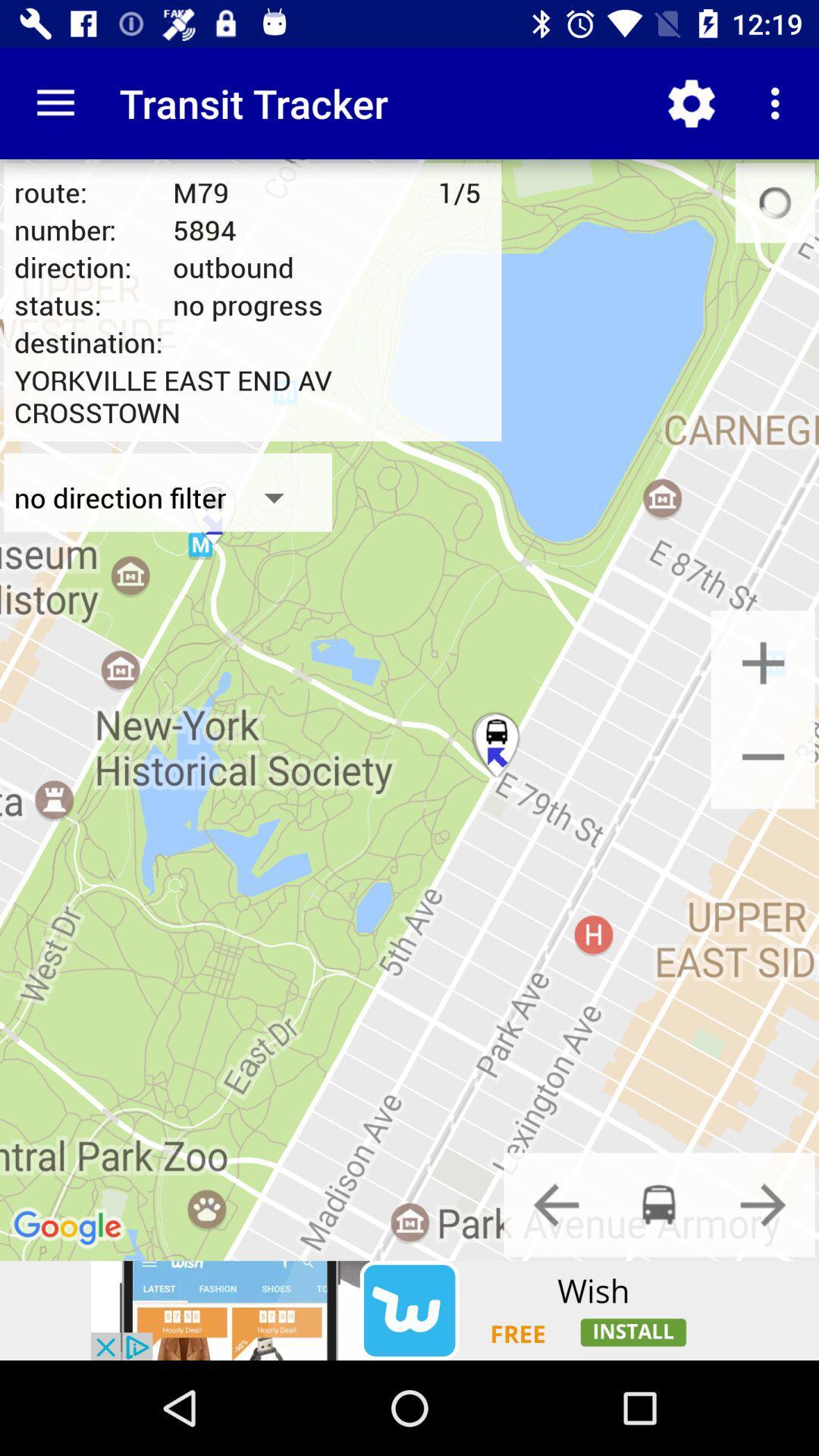  I want to click on previous button, so click(555, 1203).